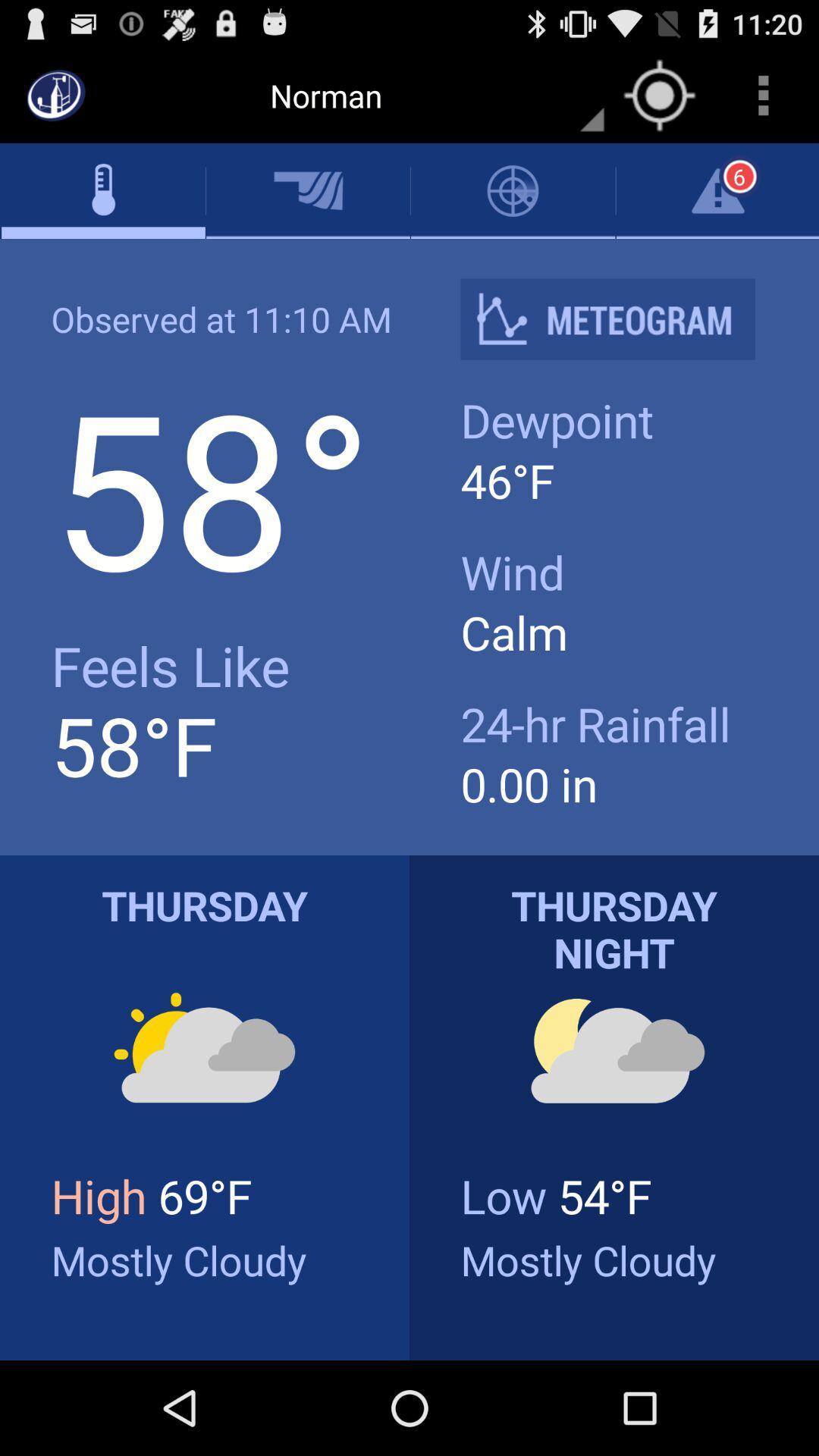  What do you see at coordinates (620, 318) in the screenshot?
I see `share` at bounding box center [620, 318].